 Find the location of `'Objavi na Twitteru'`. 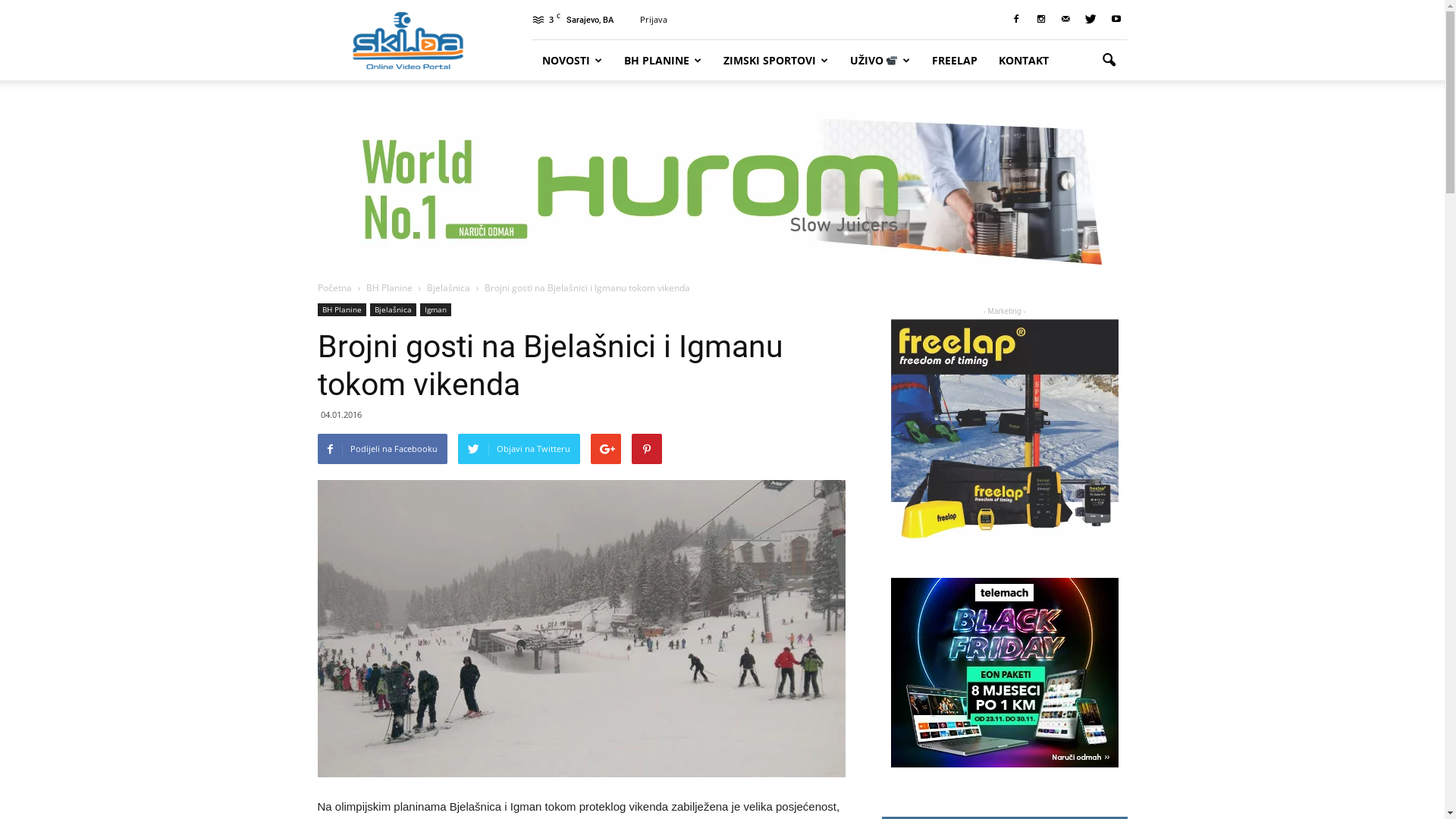

'Objavi na Twitteru' is located at coordinates (457, 447).